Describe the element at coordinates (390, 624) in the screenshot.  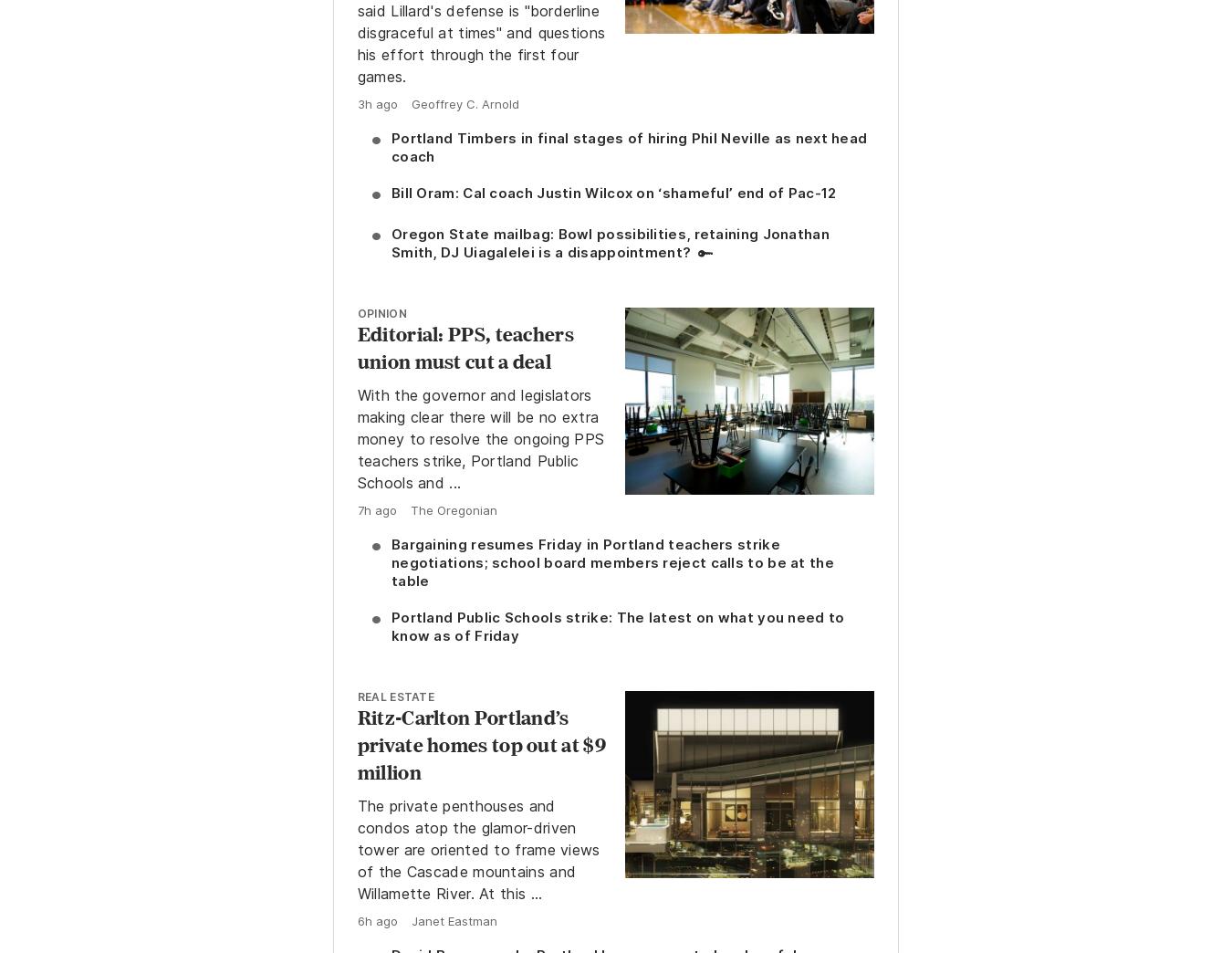
I see `'Portland Public Schools strike: The latest on what you need to know as of Friday'` at that location.